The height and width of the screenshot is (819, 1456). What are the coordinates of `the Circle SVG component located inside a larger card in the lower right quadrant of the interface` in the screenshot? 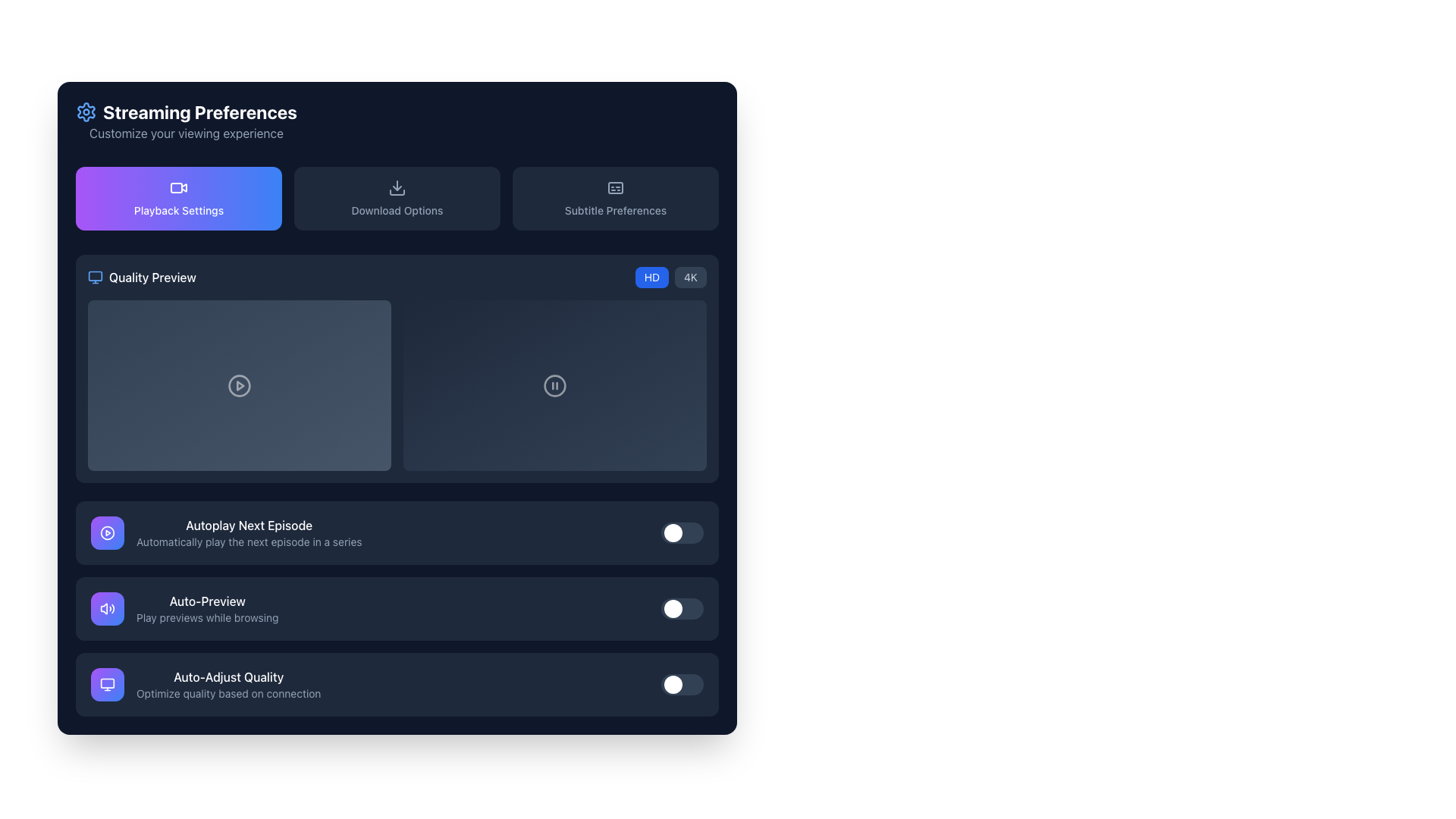 It's located at (554, 384).